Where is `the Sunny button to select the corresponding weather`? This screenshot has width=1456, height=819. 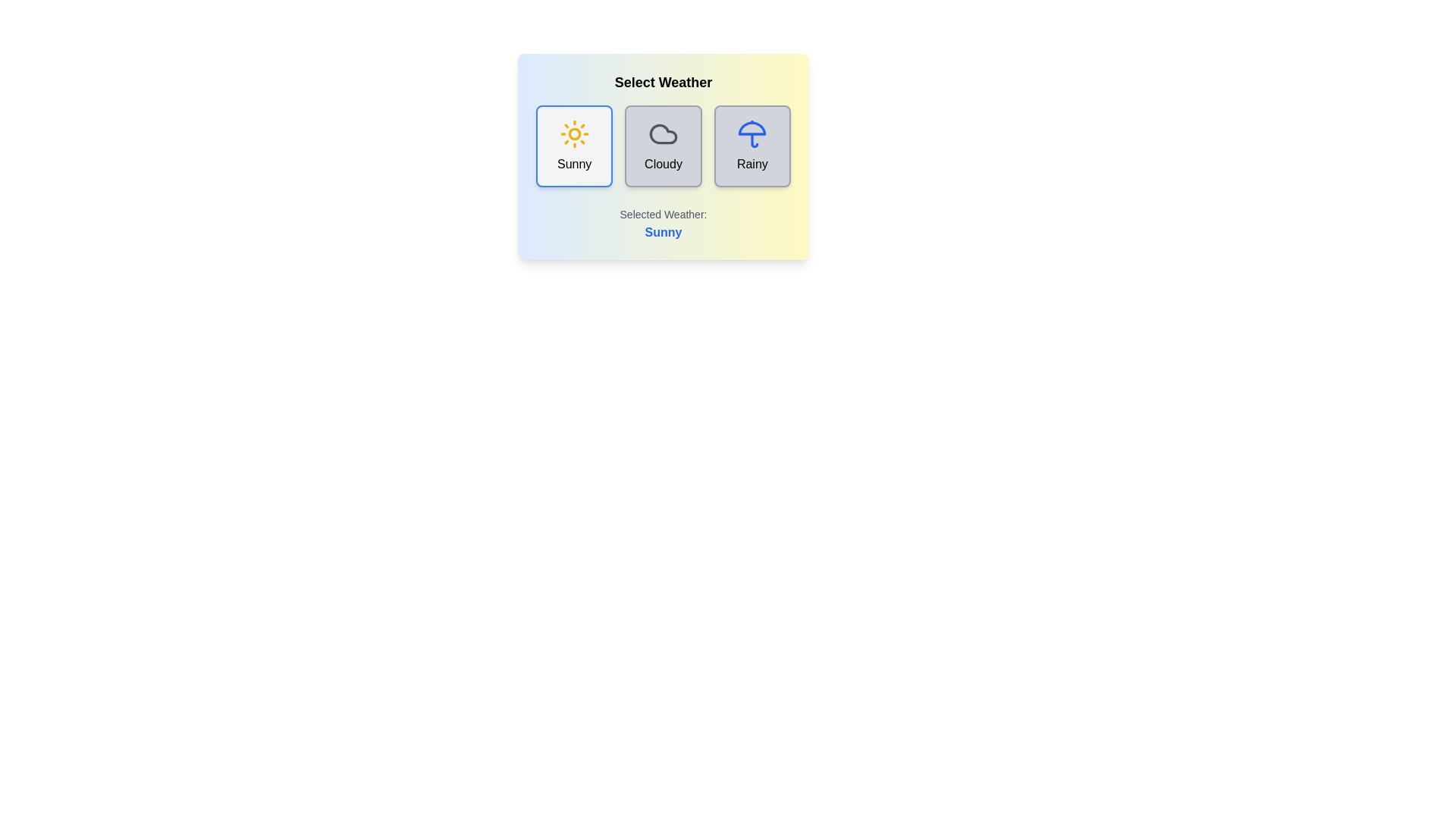
the Sunny button to select the corresponding weather is located at coordinates (573, 146).